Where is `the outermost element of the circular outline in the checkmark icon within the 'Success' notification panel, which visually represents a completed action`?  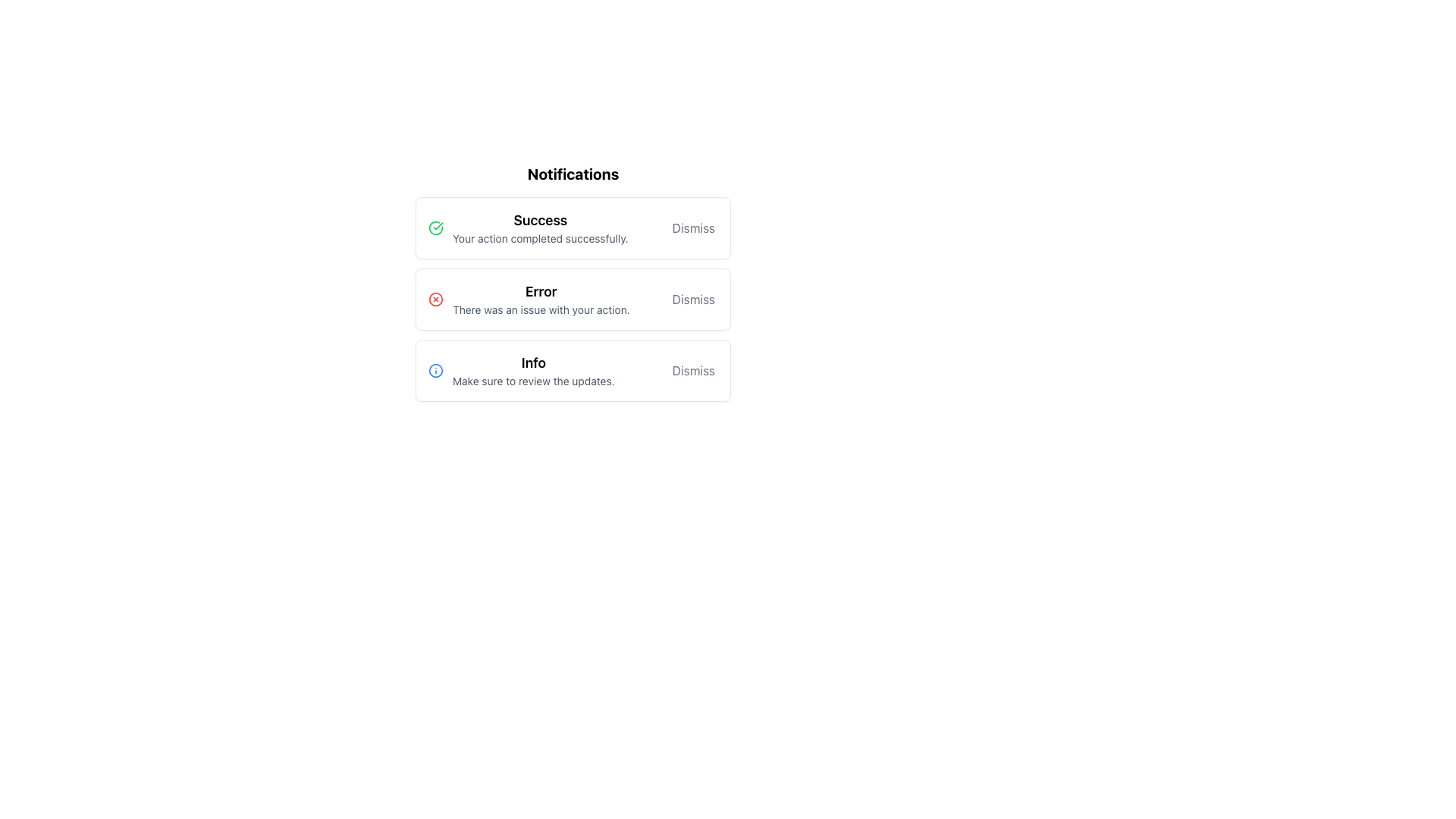
the outermost element of the circular outline in the checkmark icon within the 'Success' notification panel, which visually represents a completed action is located at coordinates (435, 227).